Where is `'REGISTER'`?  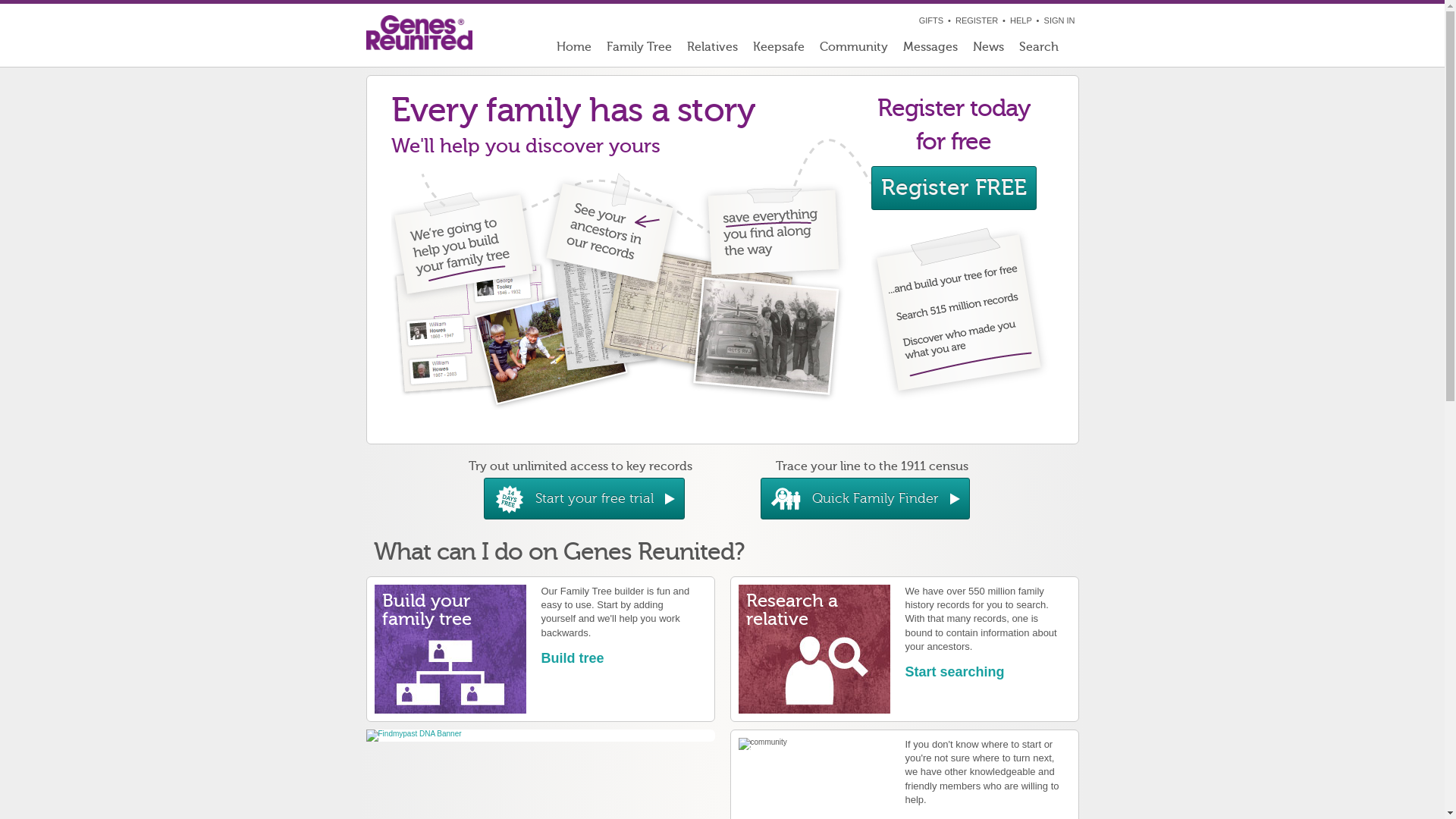 'REGISTER' is located at coordinates (954, 20).